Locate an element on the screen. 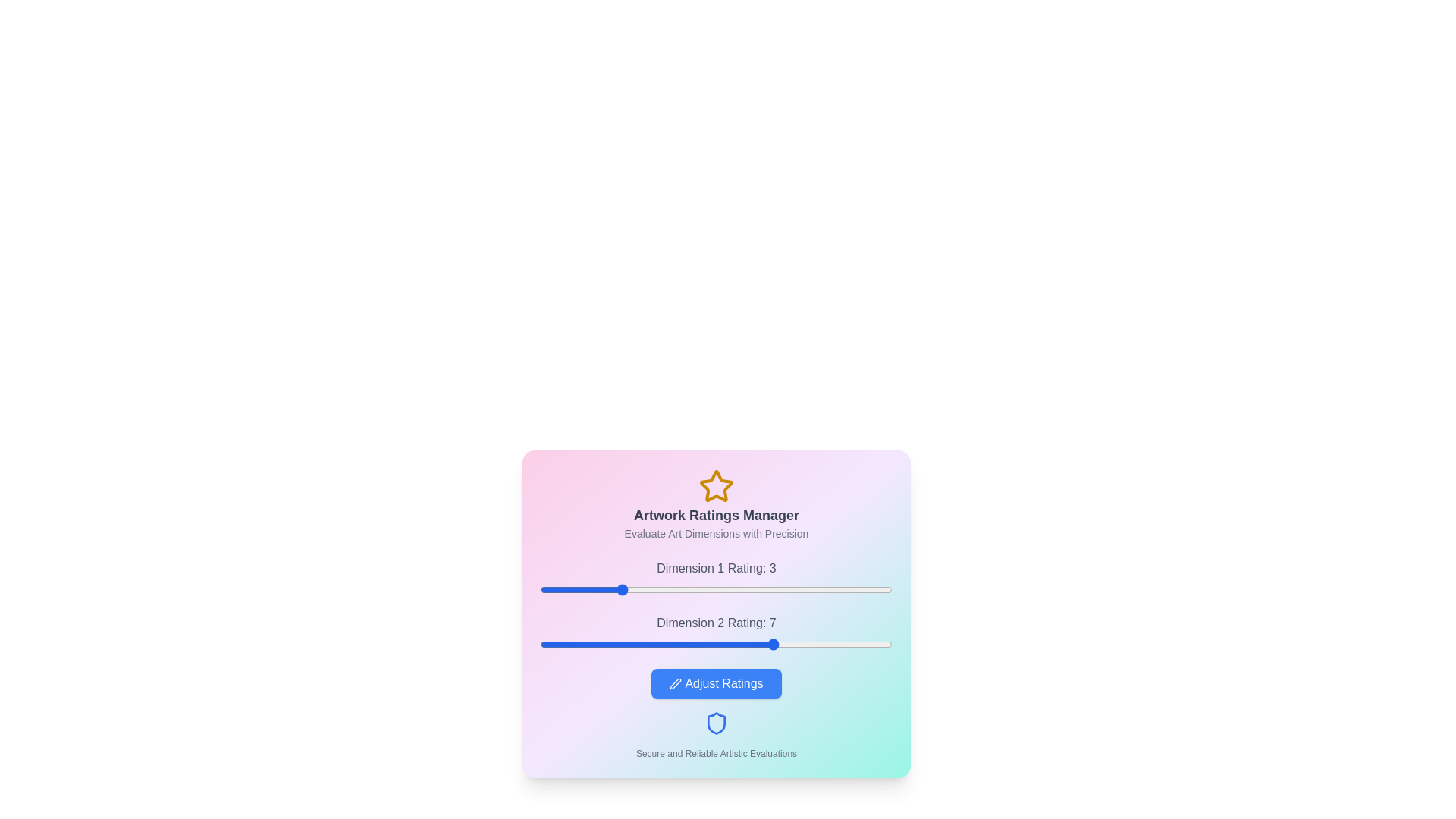 The height and width of the screenshot is (819, 1456). the second dimension rating slider to 1 is located at coordinates (541, 644).